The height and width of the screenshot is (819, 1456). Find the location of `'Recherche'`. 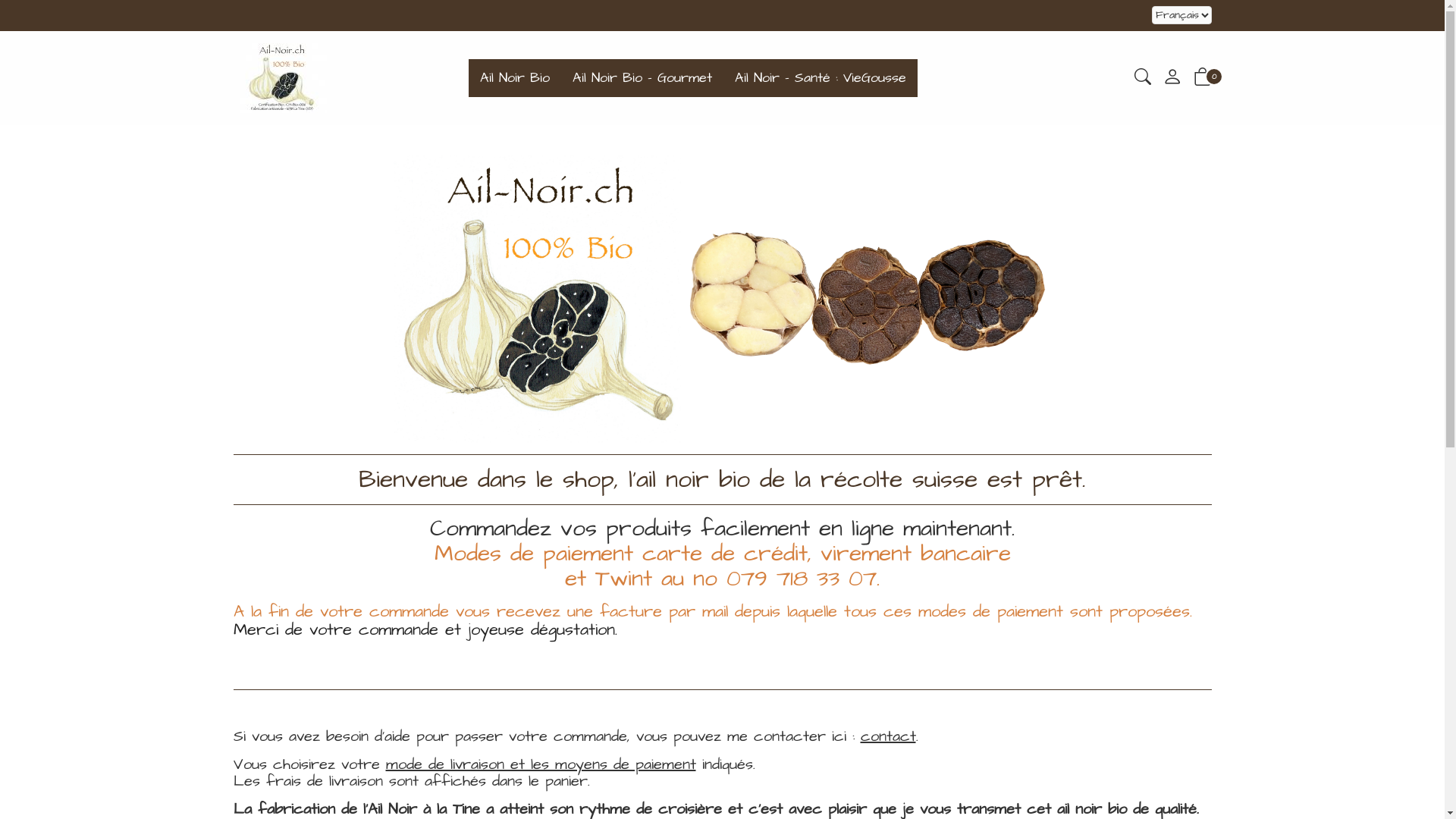

'Recherche' is located at coordinates (1143, 79).